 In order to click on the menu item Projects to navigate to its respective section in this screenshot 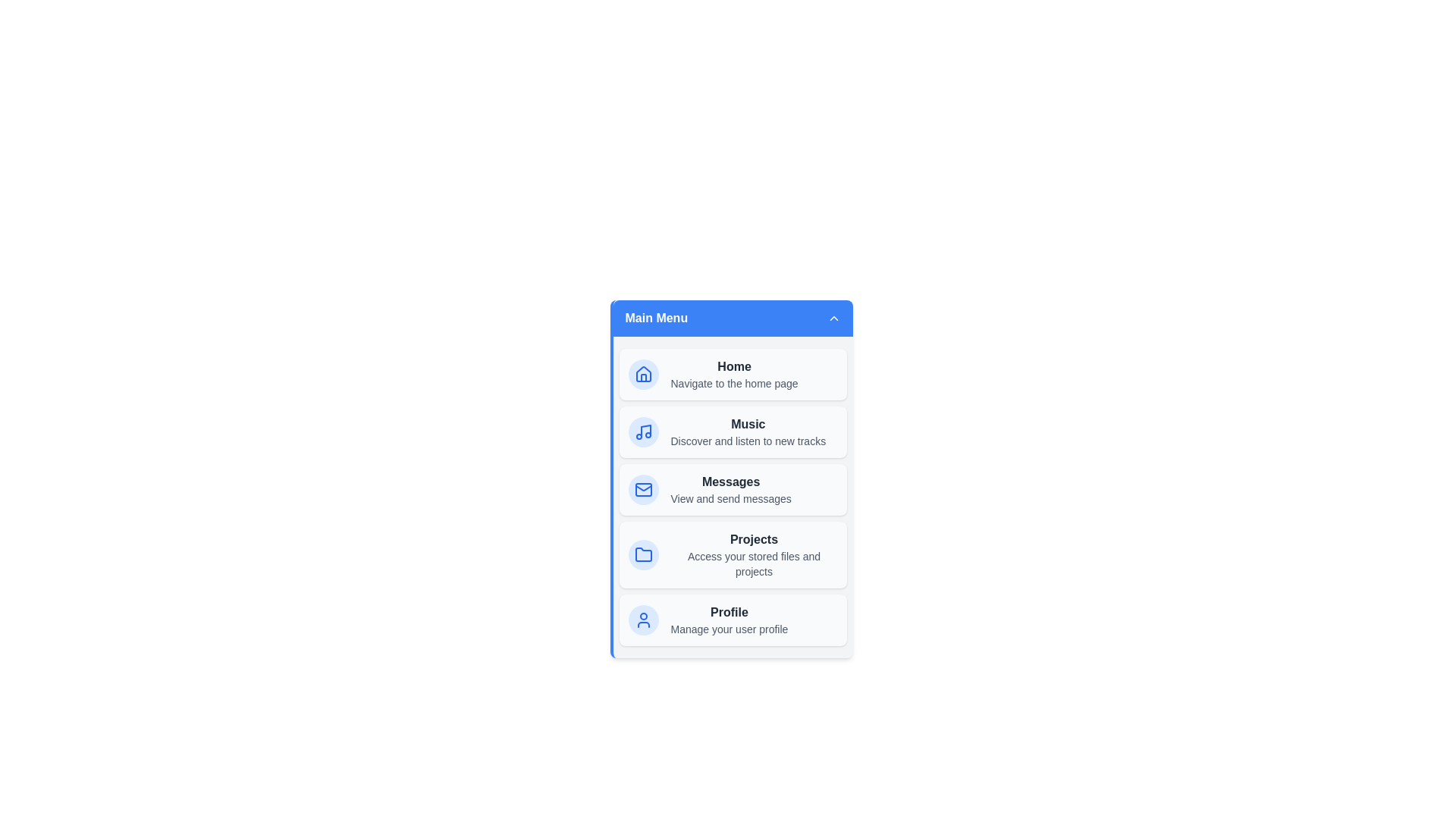, I will do `click(733, 555)`.